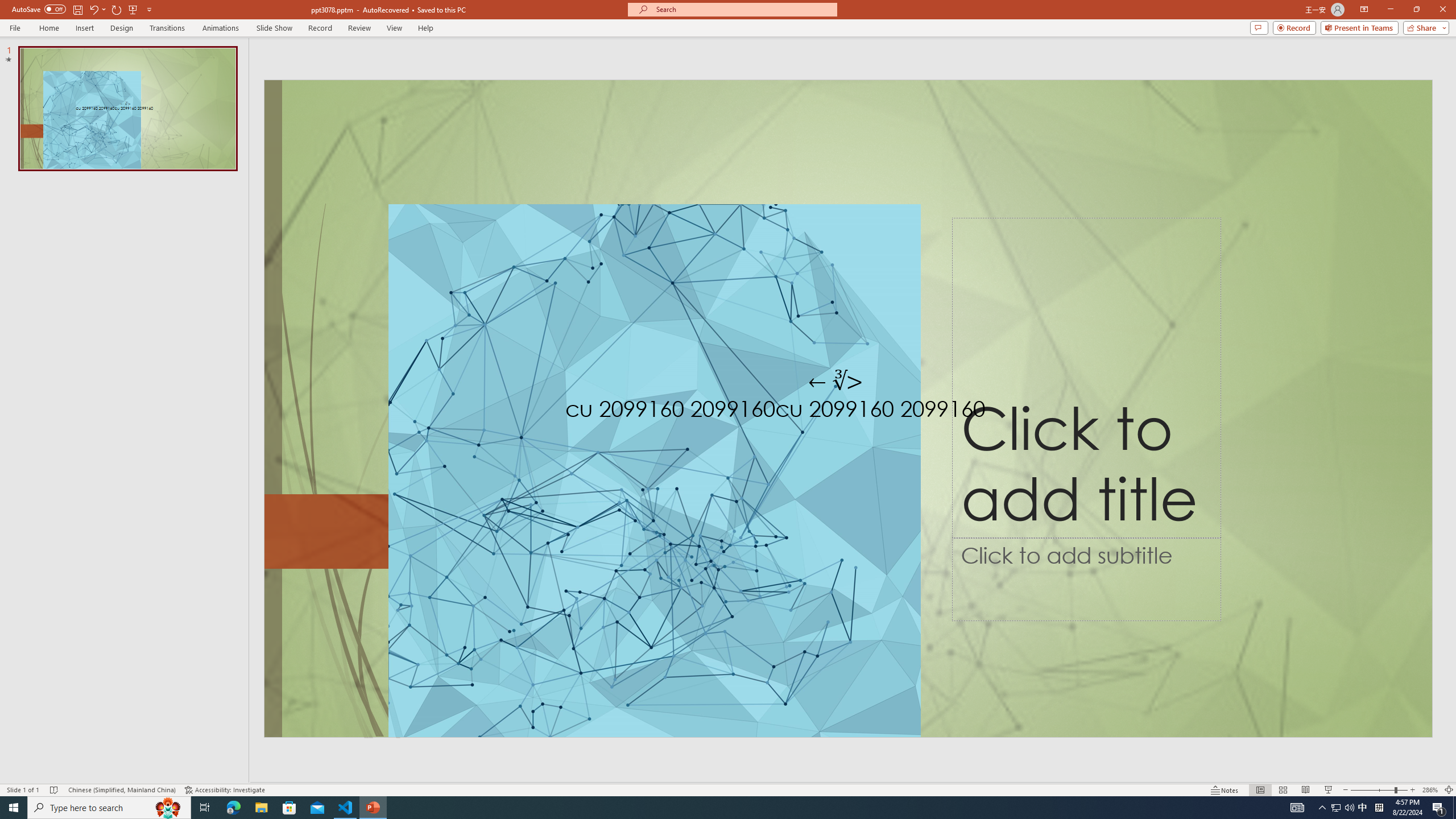 This screenshot has height=819, width=1456. What do you see at coordinates (742, 9) in the screenshot?
I see `'Microsoft search'` at bounding box center [742, 9].